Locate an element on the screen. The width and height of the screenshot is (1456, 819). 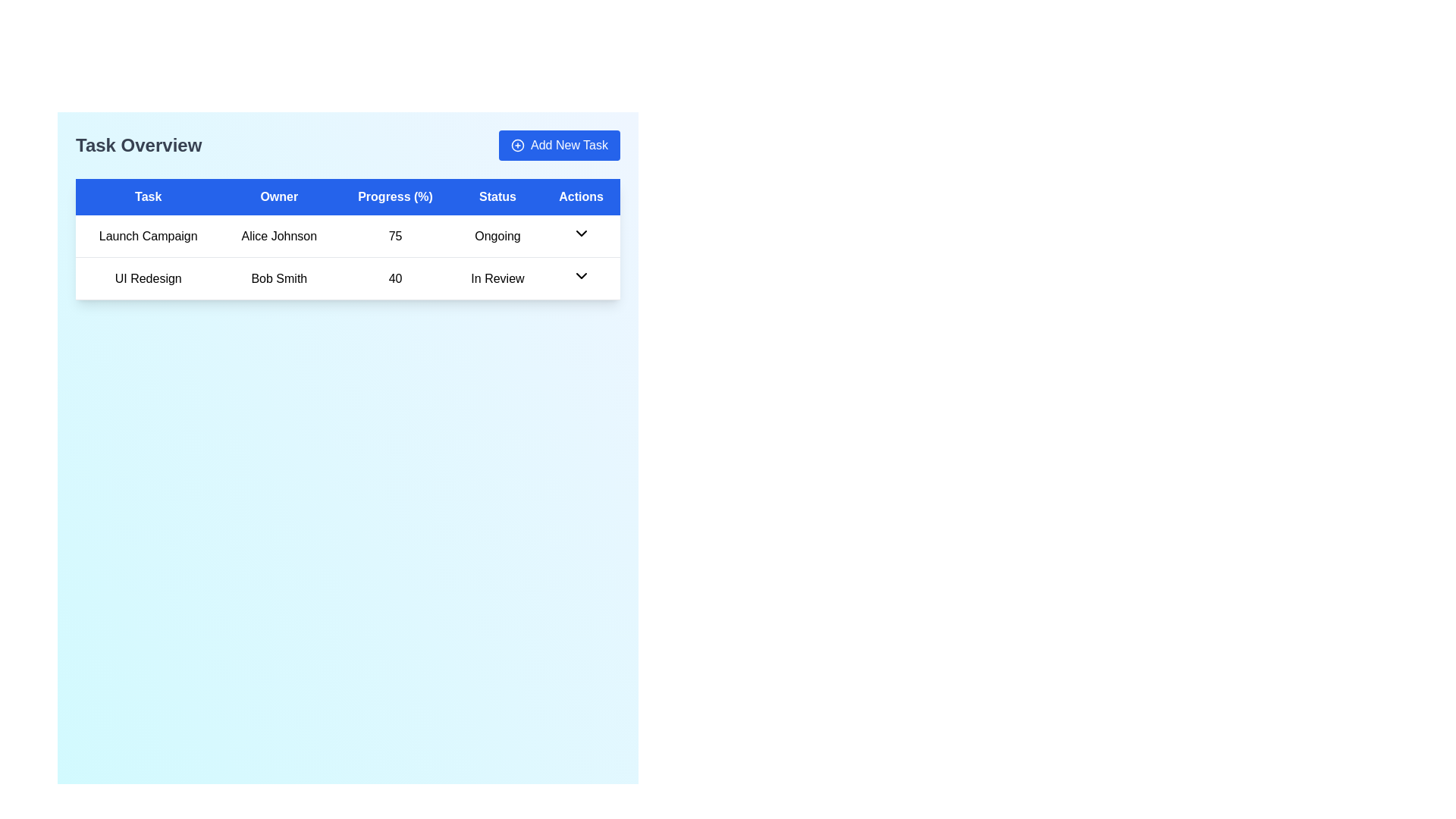
the static text content displaying the numeric value '75' in the 'Progress (%)' column of the first row in the table associated with the task 'Launch Campaign' is located at coordinates (395, 236).